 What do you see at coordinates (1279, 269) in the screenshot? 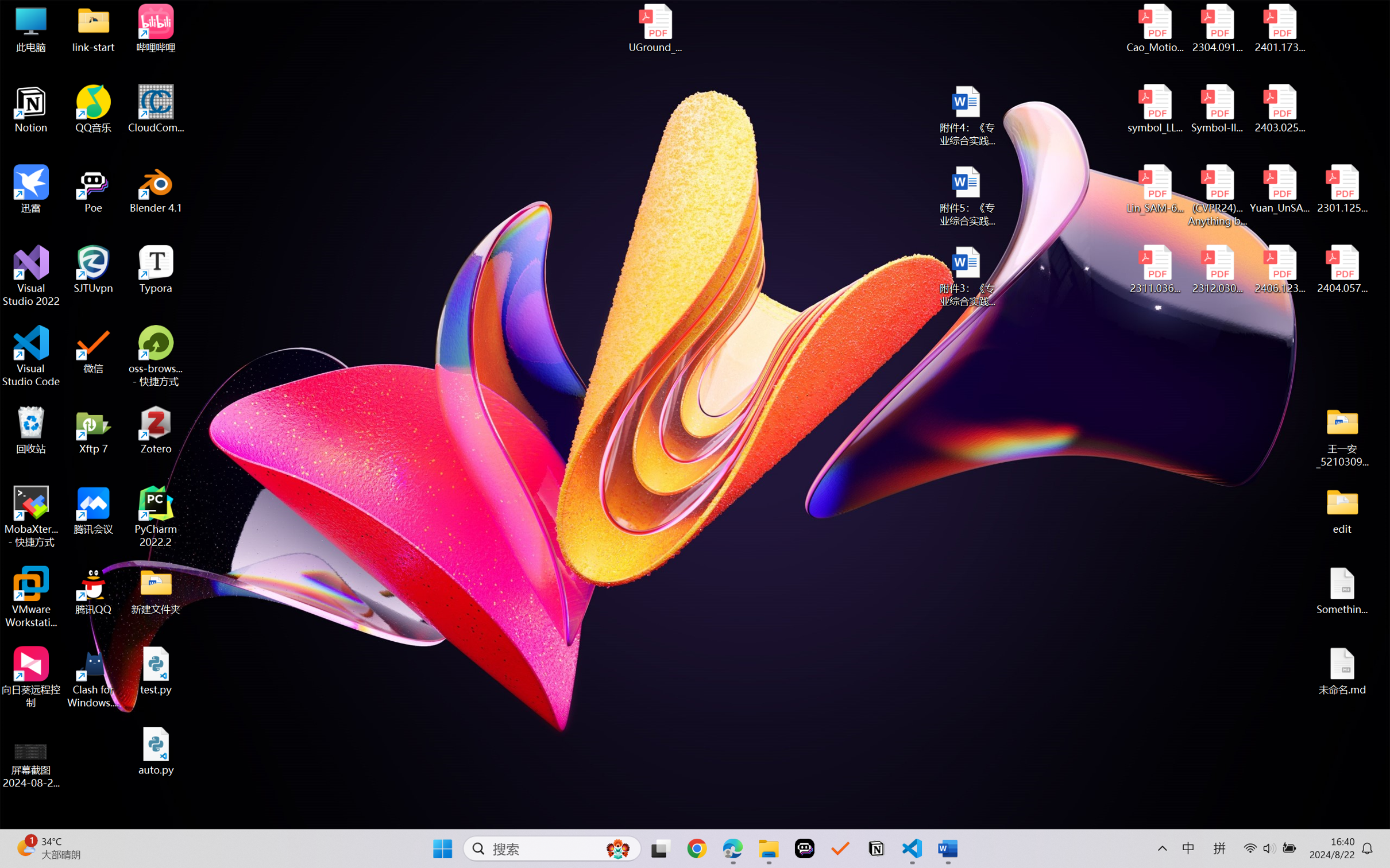
I see `'2406.12373v2.pdf'` at bounding box center [1279, 269].